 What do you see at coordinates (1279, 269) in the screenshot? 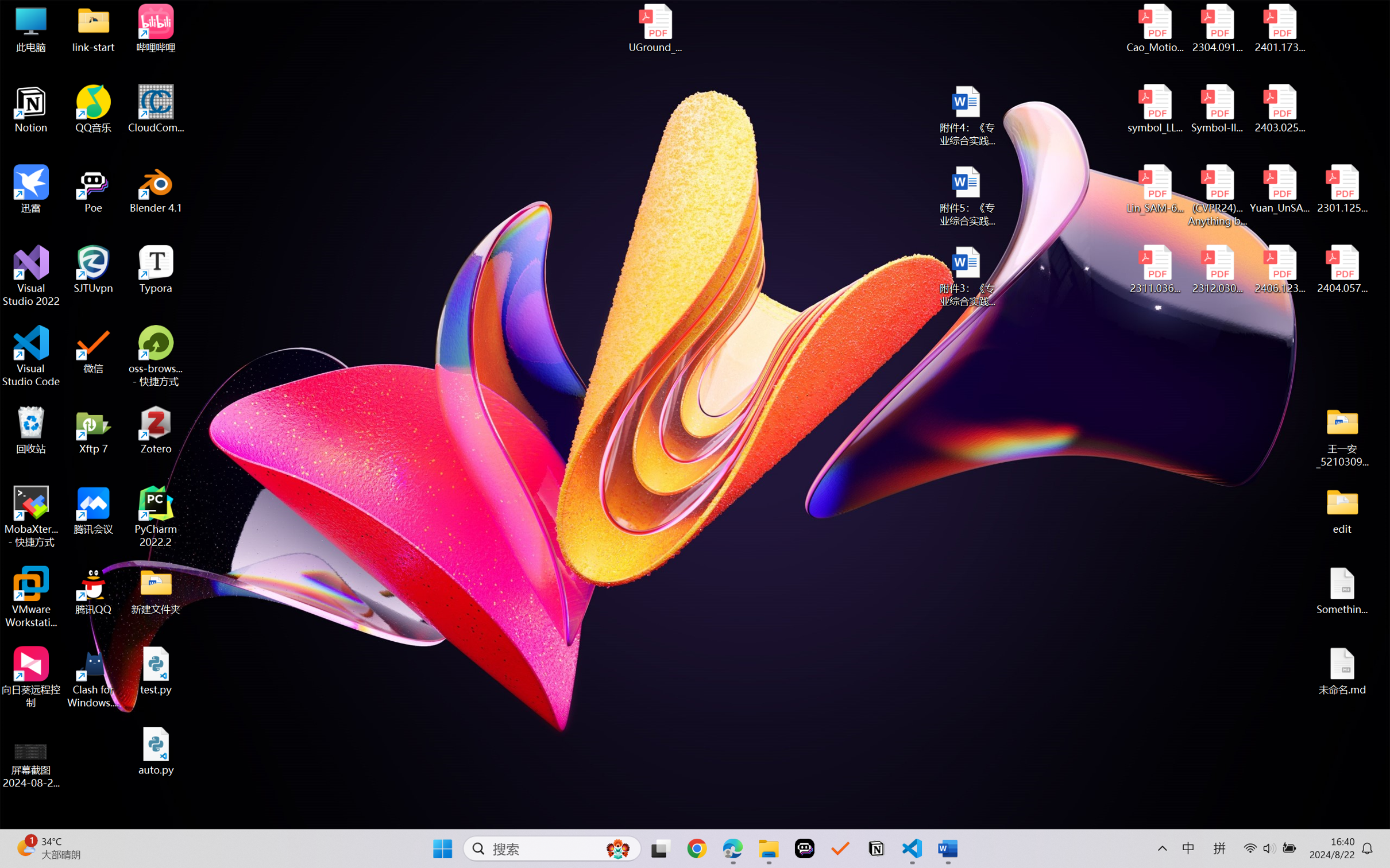
I see `'2406.12373v2.pdf'` at bounding box center [1279, 269].